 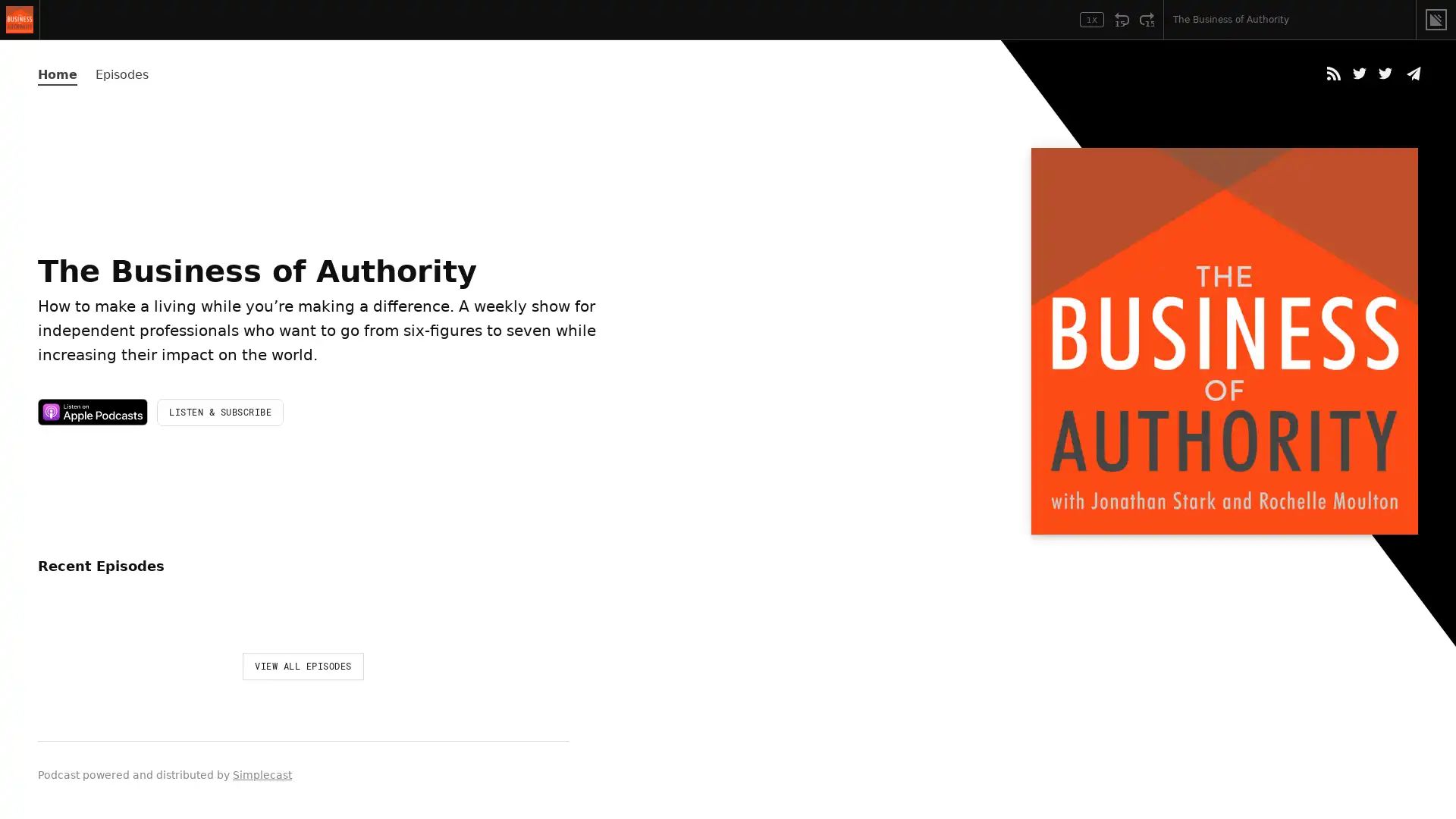 I want to click on Rewind 15 Seconds, so click(x=1122, y=20).